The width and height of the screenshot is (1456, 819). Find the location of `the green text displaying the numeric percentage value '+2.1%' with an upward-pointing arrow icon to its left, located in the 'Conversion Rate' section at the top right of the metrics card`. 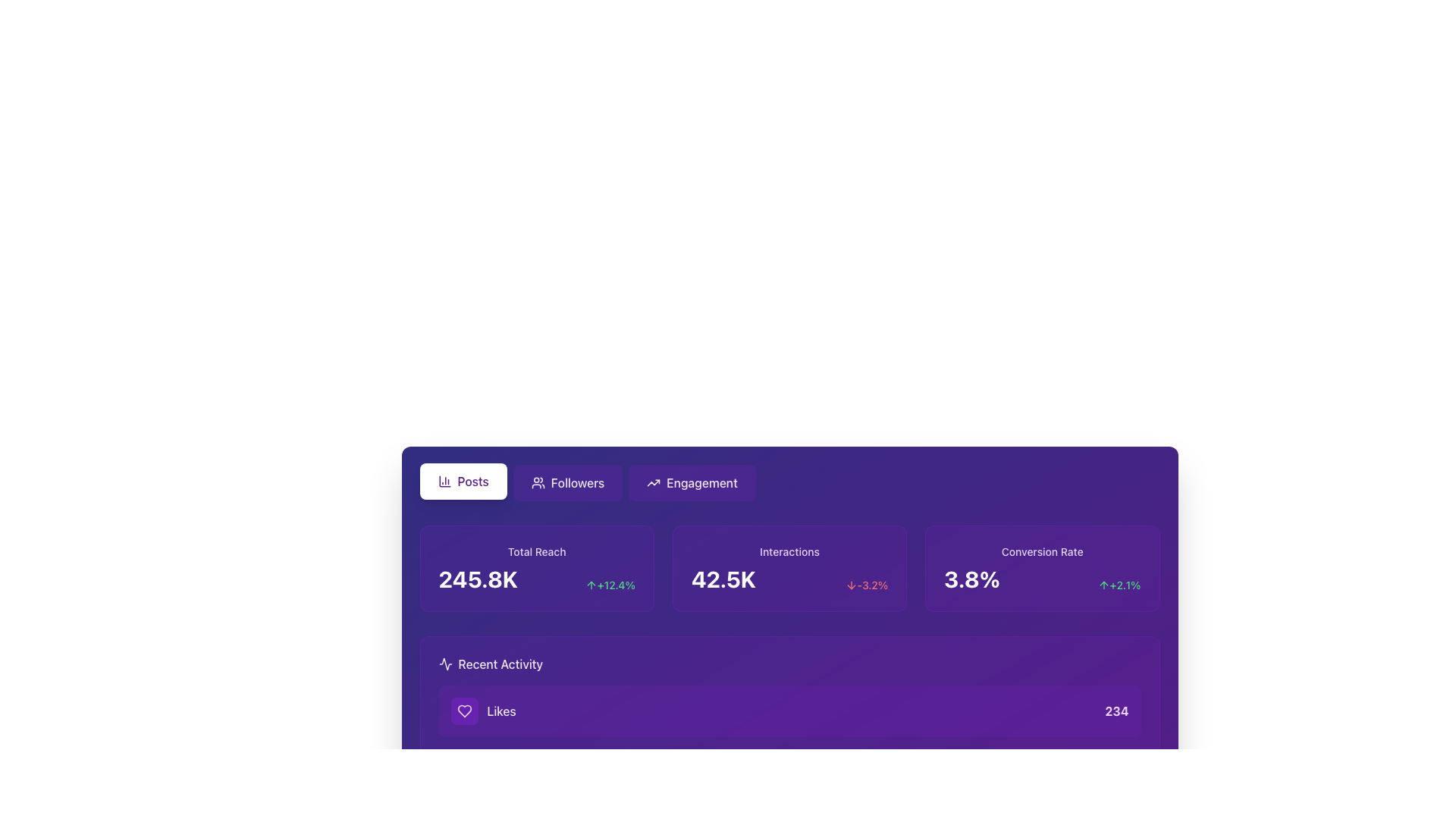

the green text displaying the numeric percentage value '+2.1%' with an upward-pointing arrow icon to its left, located in the 'Conversion Rate' section at the top right of the metrics card is located at coordinates (1119, 584).